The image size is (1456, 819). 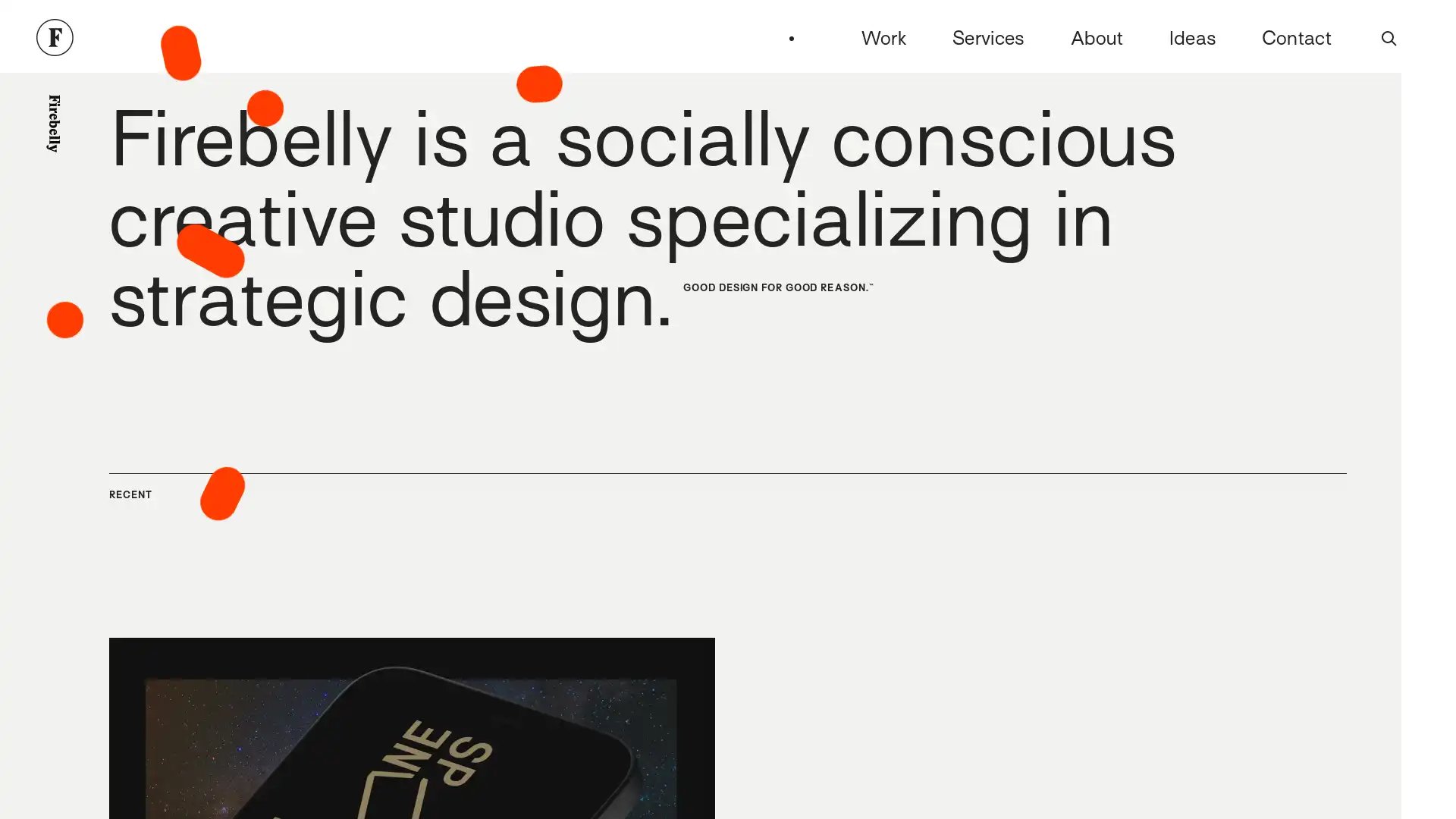 I want to click on Search, so click(x=1389, y=37).